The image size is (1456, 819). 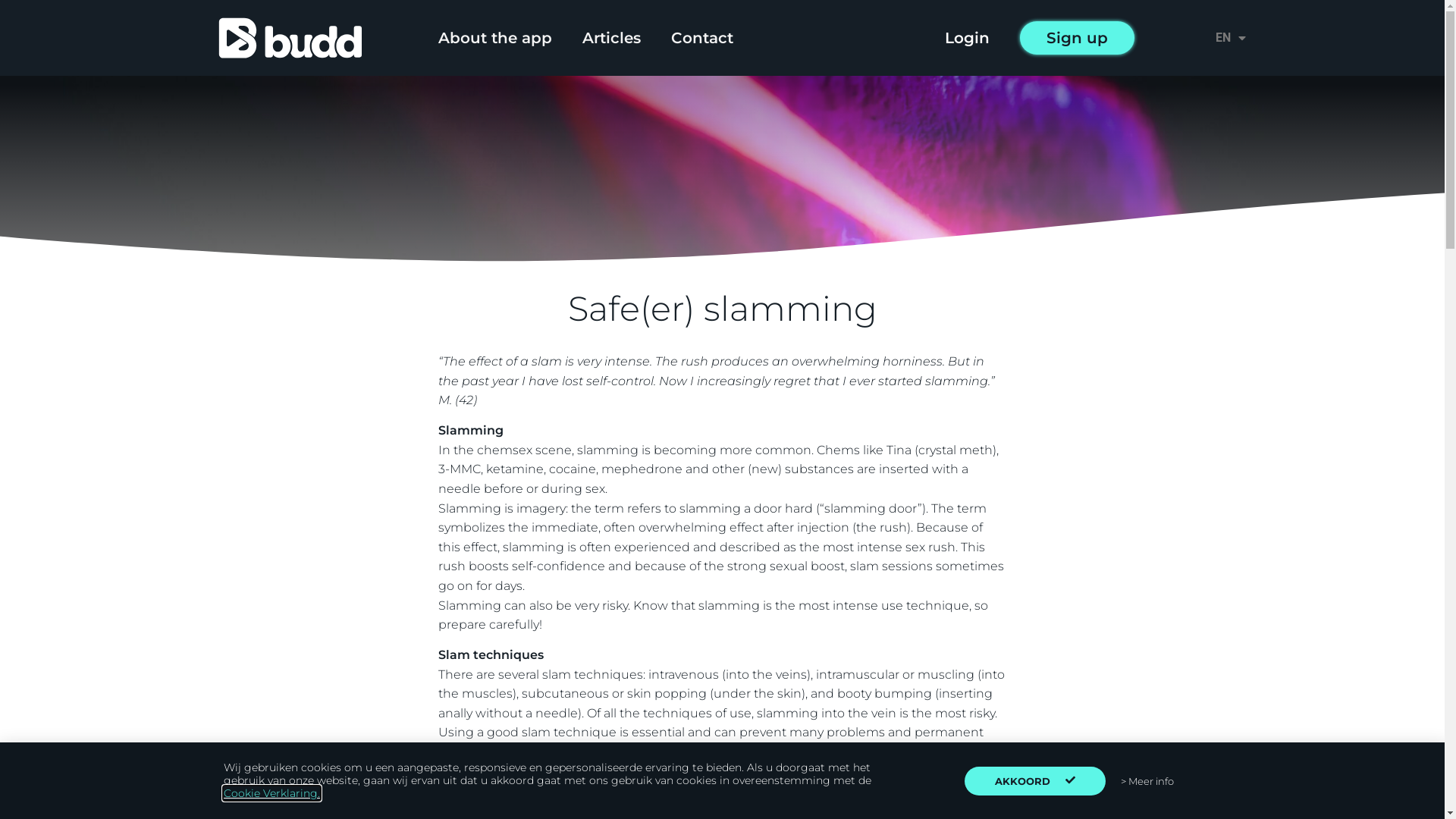 What do you see at coordinates (1147, 780) in the screenshot?
I see `'> Meer info'` at bounding box center [1147, 780].